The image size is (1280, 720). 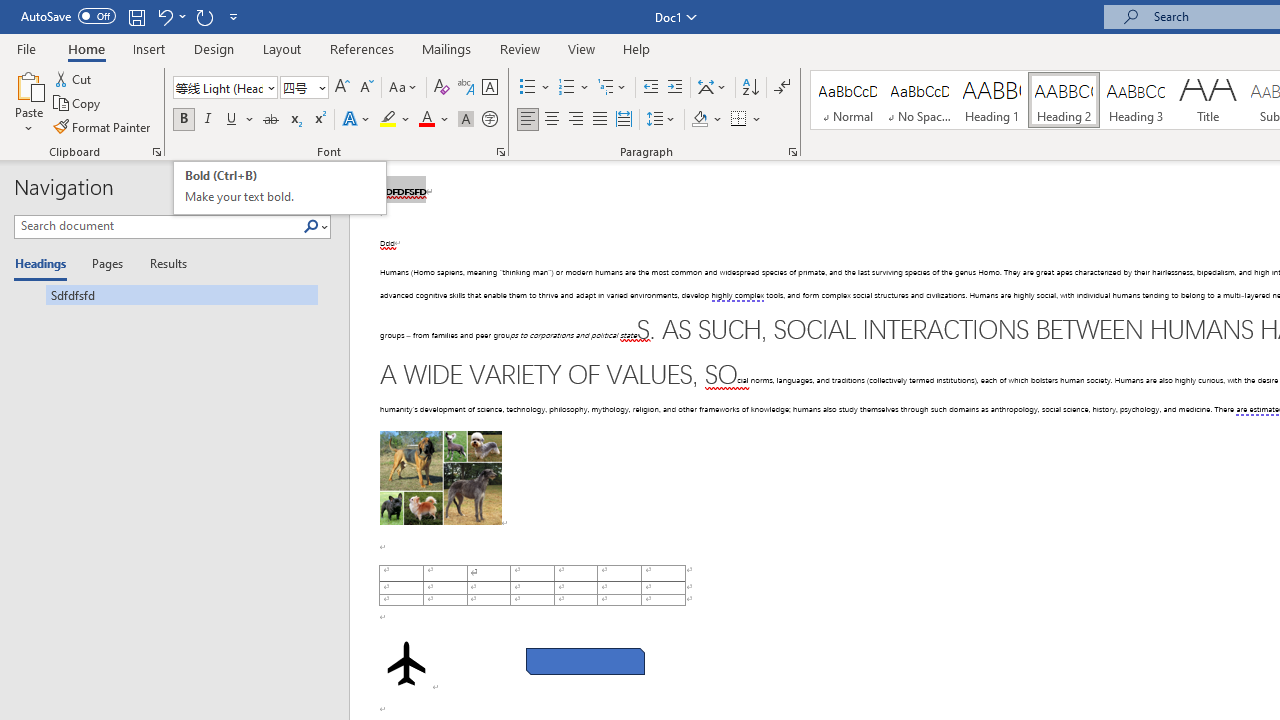 I want to click on 'Cut', so click(x=74, y=78).